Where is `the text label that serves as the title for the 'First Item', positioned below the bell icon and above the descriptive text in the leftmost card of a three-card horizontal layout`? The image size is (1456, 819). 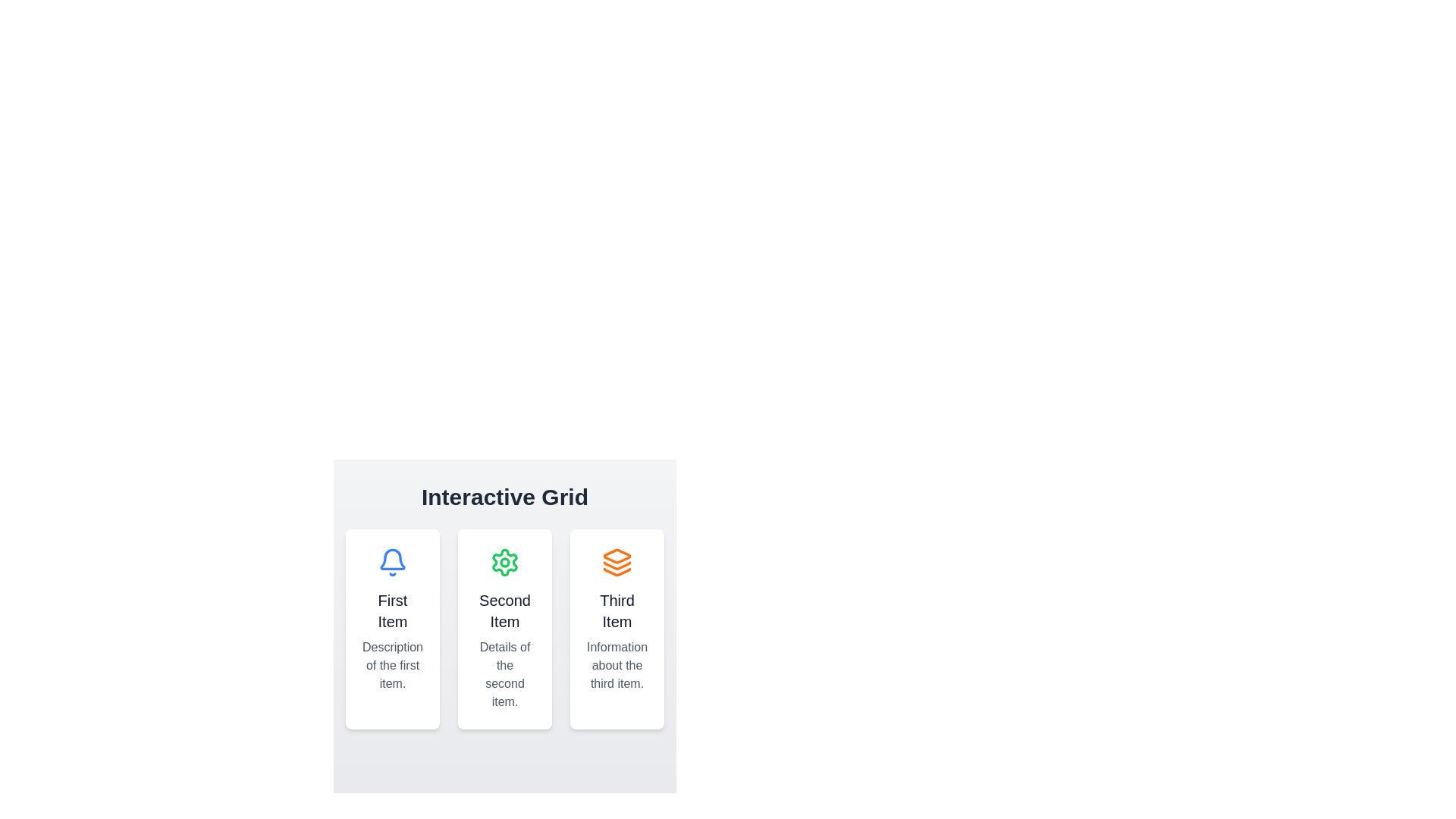
the text label that serves as the title for the 'First Item', positioned below the bell icon and above the descriptive text in the leftmost card of a three-card horizontal layout is located at coordinates (393, 610).